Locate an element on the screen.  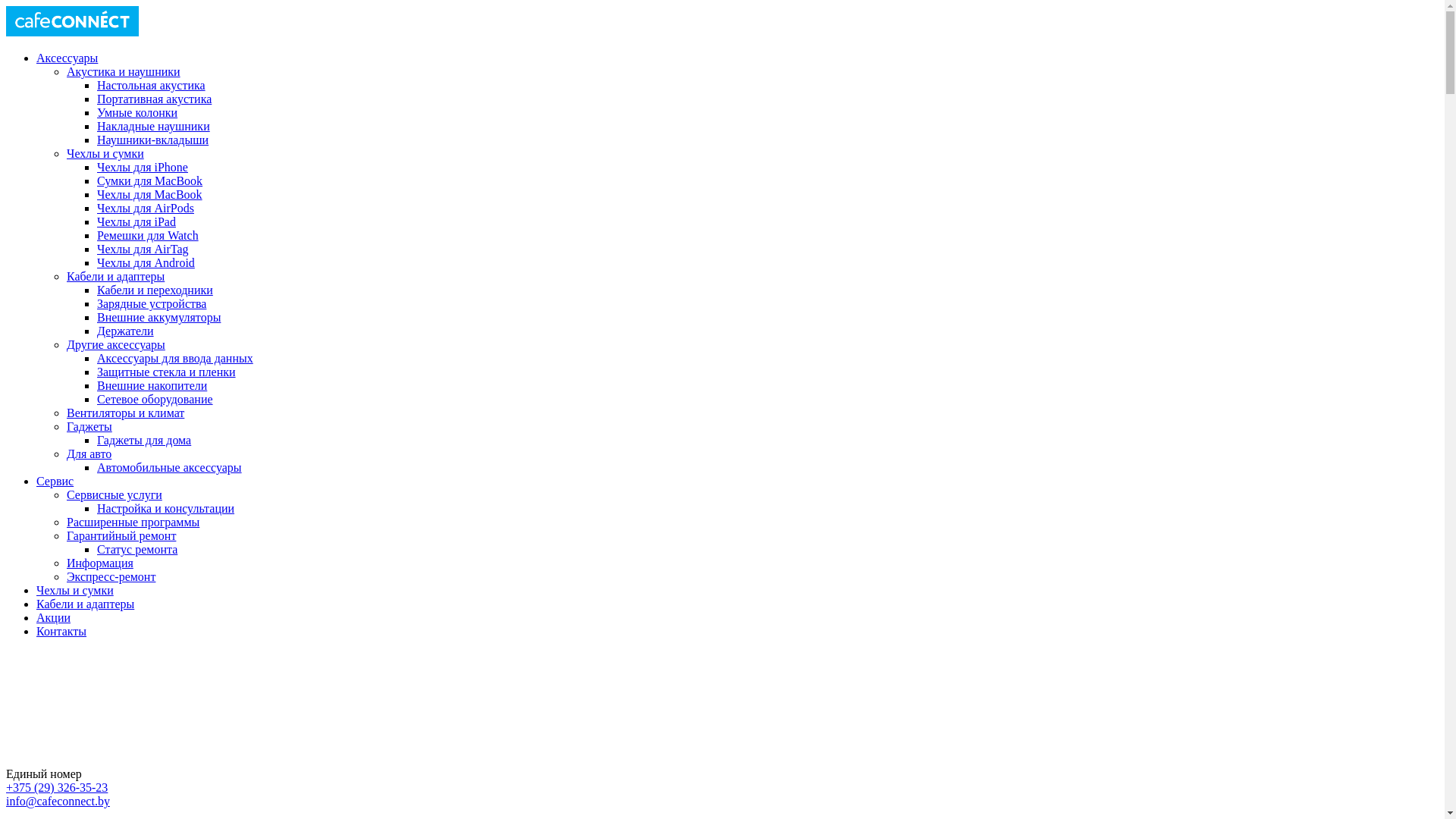
'info@cafeconnect.by' is located at coordinates (58, 800).